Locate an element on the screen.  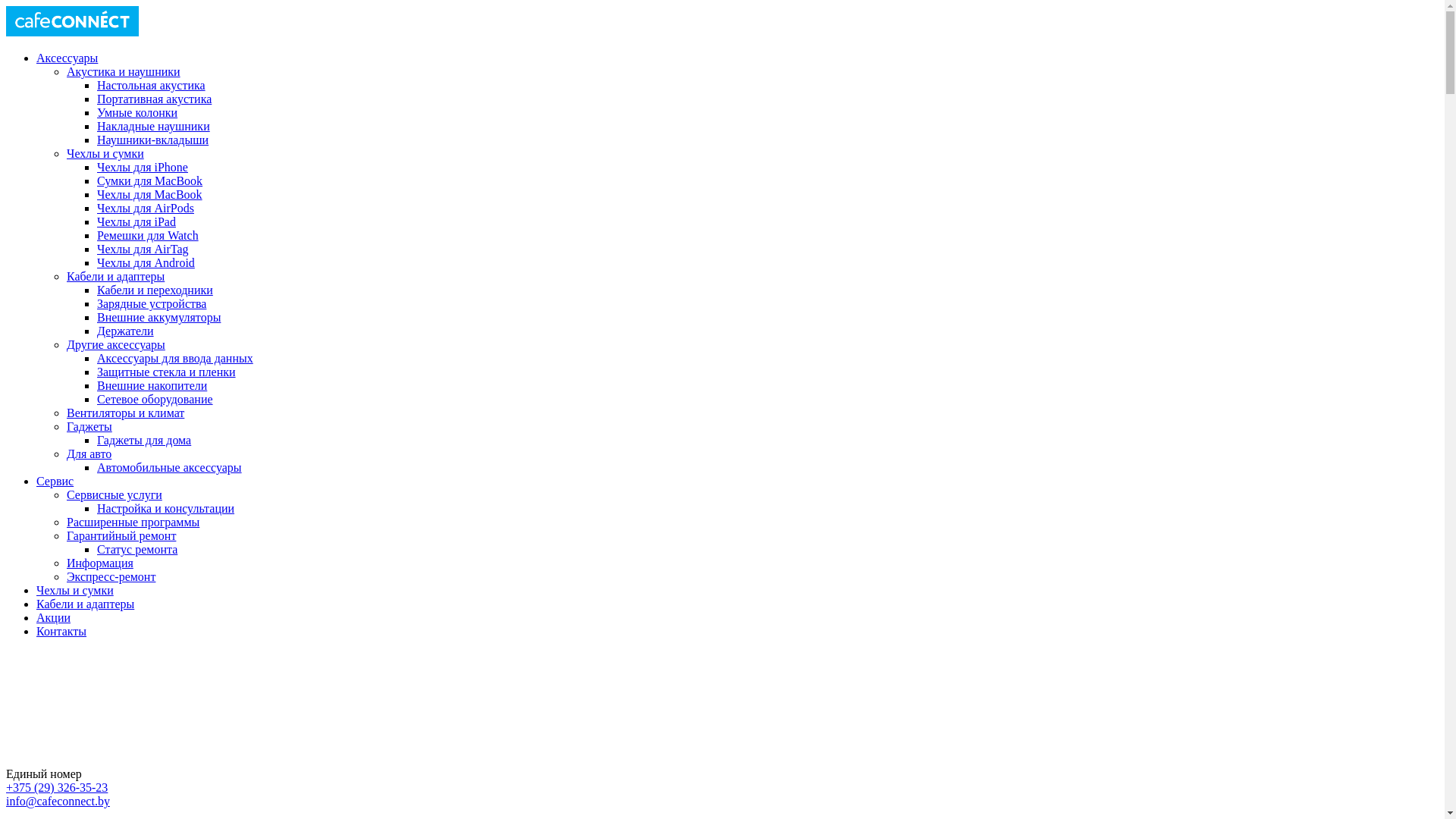
'info@cafeconnect.by' is located at coordinates (58, 800).